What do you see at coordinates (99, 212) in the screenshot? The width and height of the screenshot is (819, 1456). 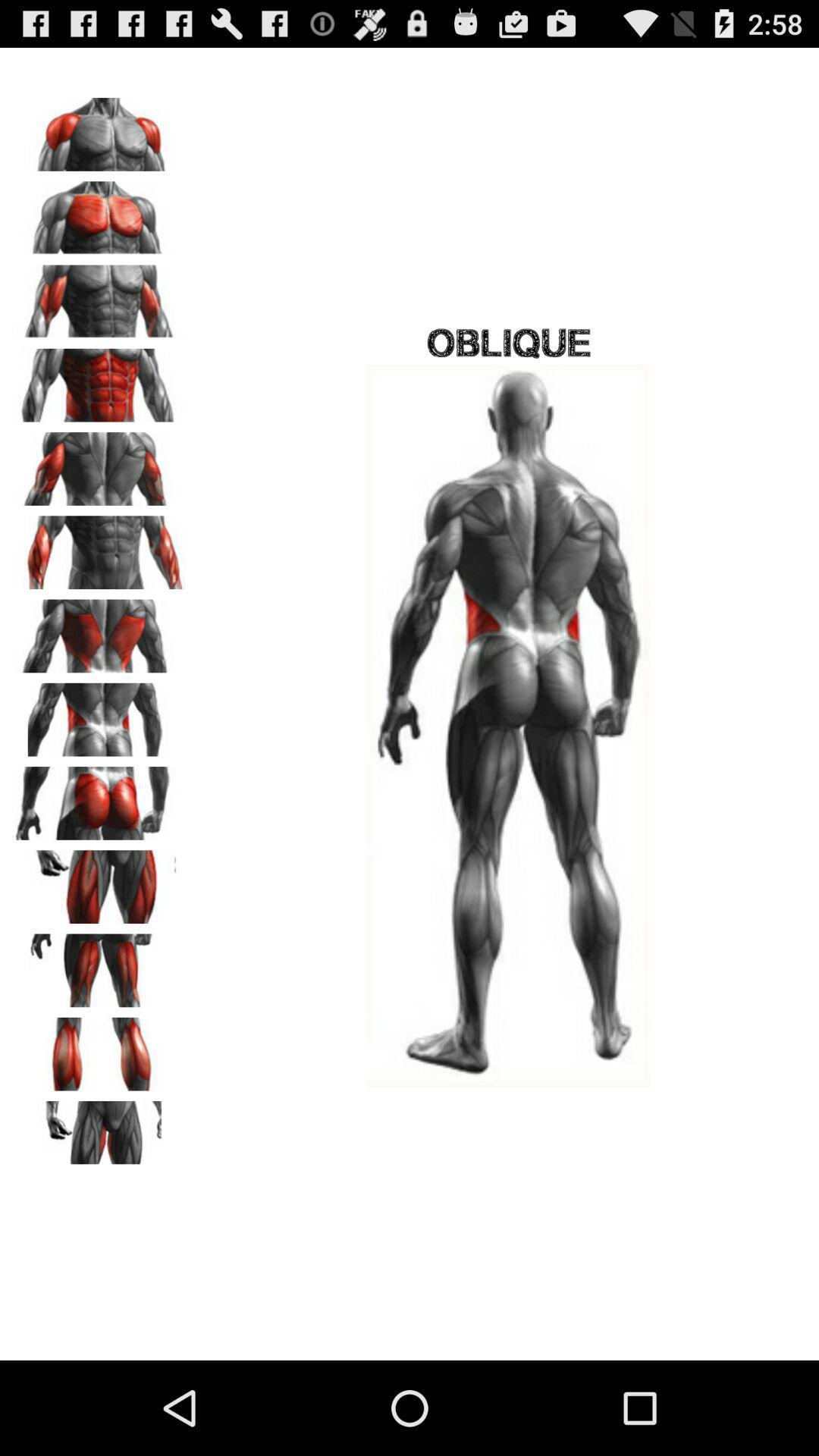 I see `image 2` at bounding box center [99, 212].